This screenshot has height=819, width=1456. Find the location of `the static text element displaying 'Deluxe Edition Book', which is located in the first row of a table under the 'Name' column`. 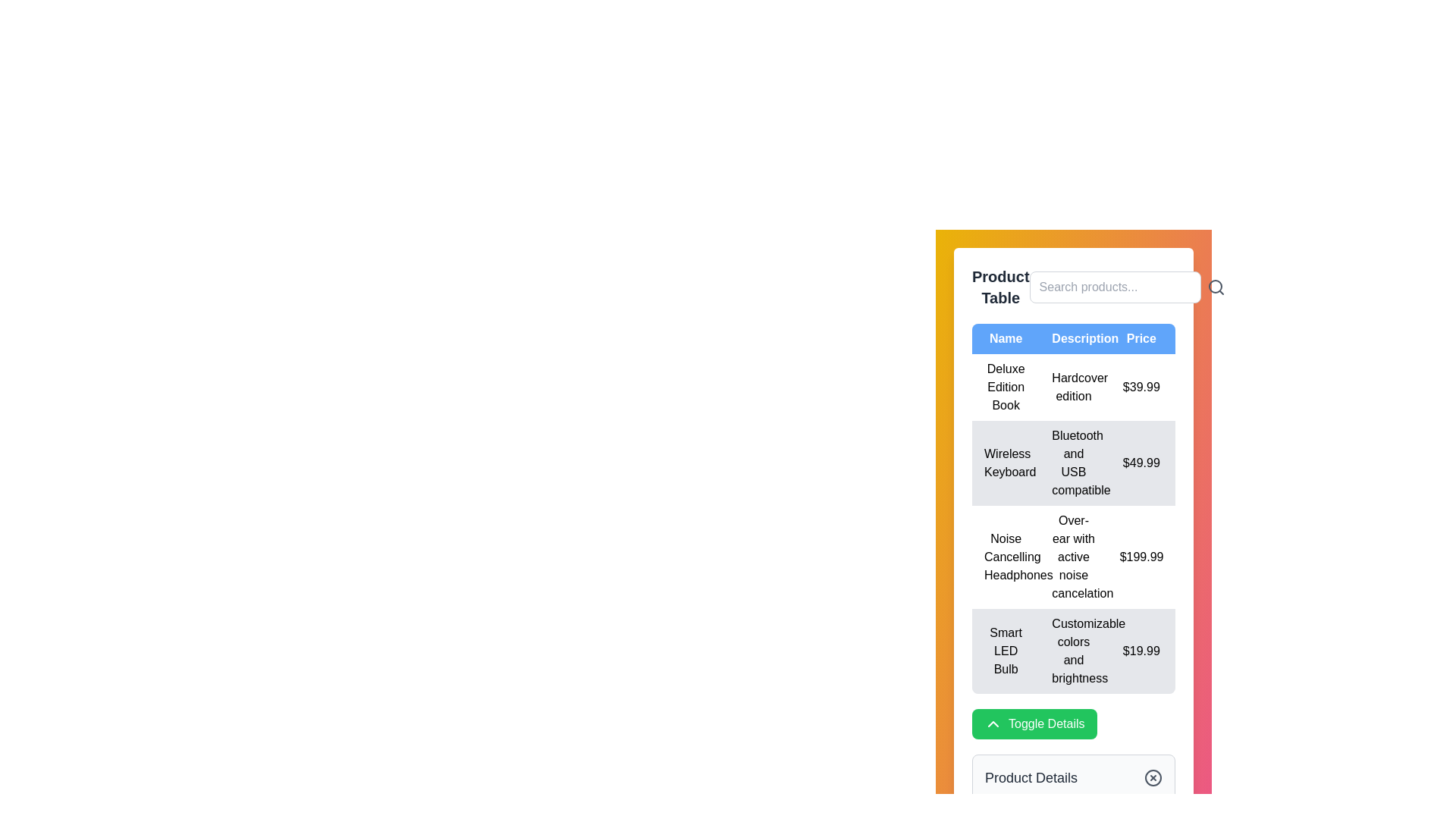

the static text element displaying 'Deluxe Edition Book', which is located in the first row of a table under the 'Name' column is located at coordinates (1006, 386).